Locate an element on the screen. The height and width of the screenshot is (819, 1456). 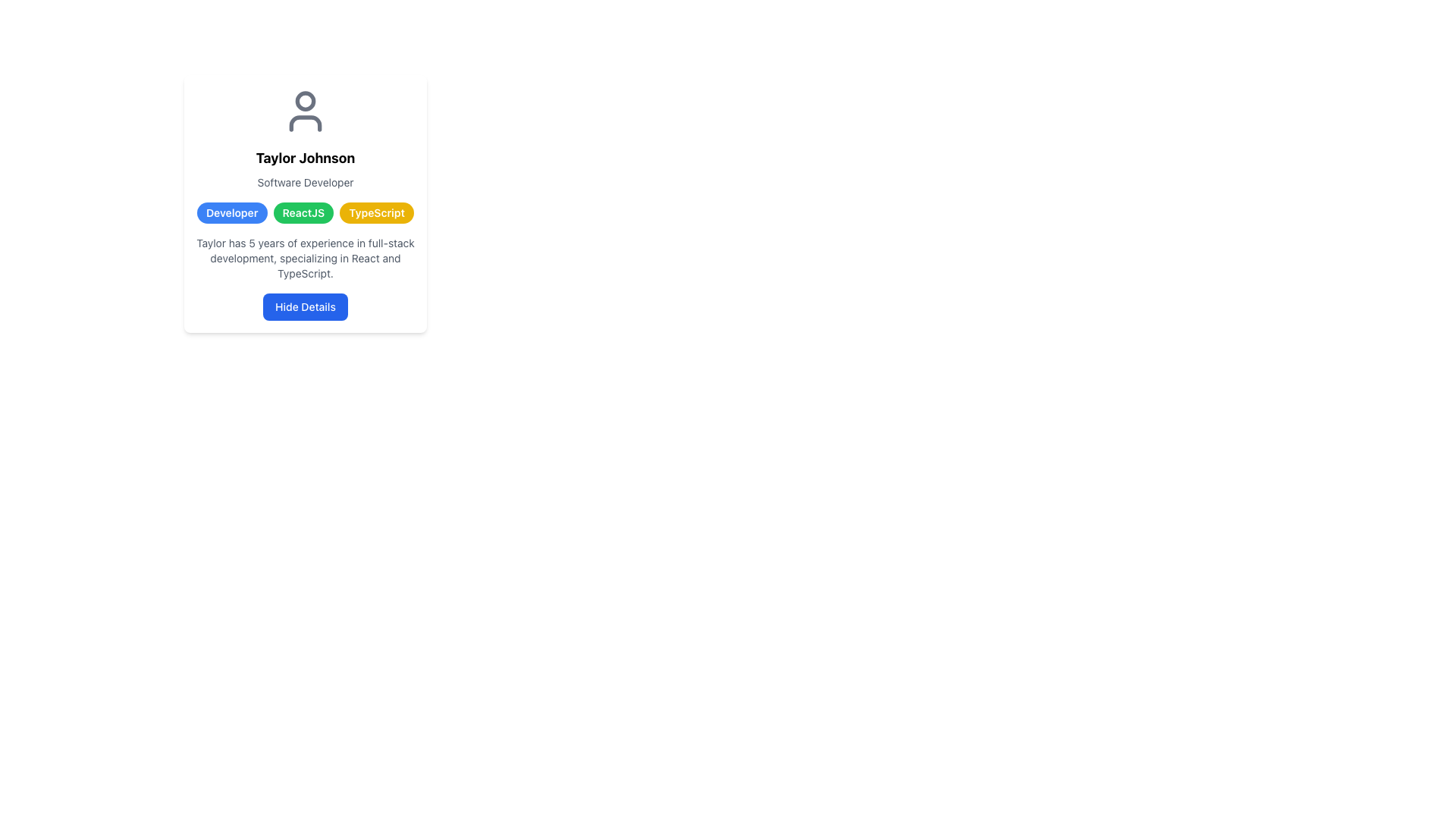
the static text element that designates the job role of 'Taylor Johnson,' located in a card-style component just below the title and above the tags 'Developer,' 'ReactJS,' and 'TypeScript.' is located at coordinates (305, 181).